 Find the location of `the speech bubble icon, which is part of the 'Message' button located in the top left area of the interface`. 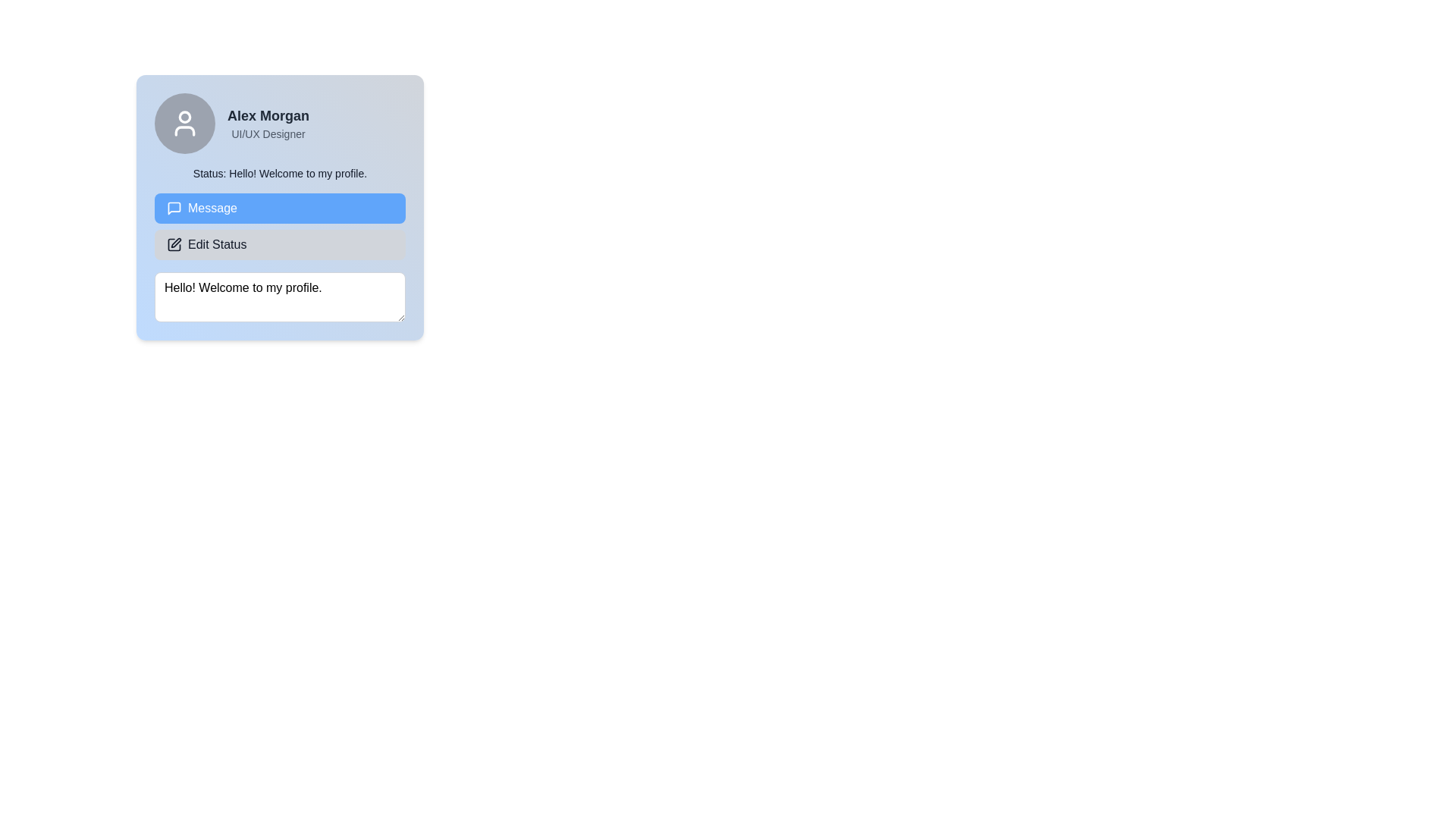

the speech bubble icon, which is part of the 'Message' button located in the top left area of the interface is located at coordinates (174, 208).